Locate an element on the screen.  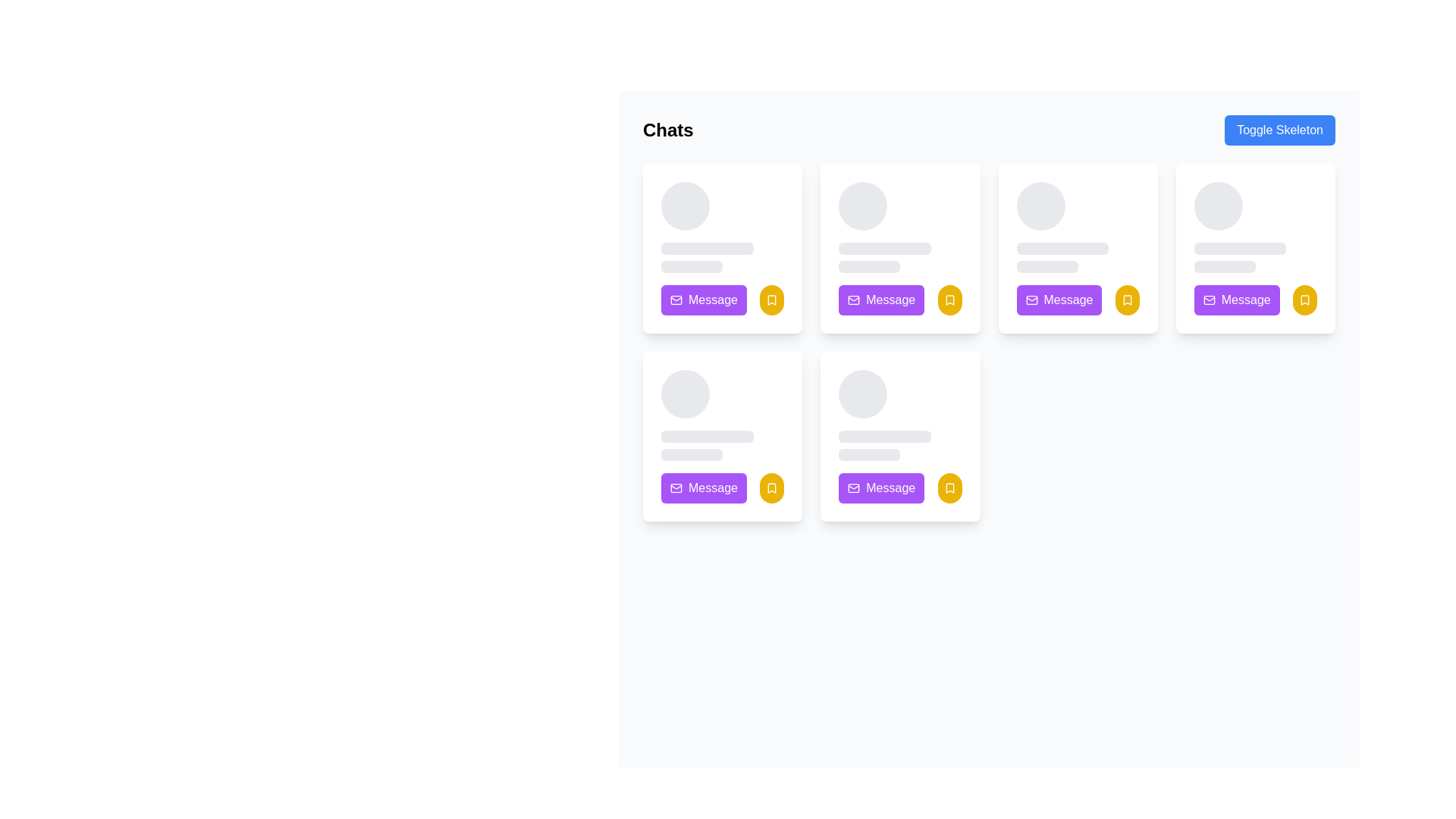
the button with a purple background and white text reading 'Message' is located at coordinates (722, 488).